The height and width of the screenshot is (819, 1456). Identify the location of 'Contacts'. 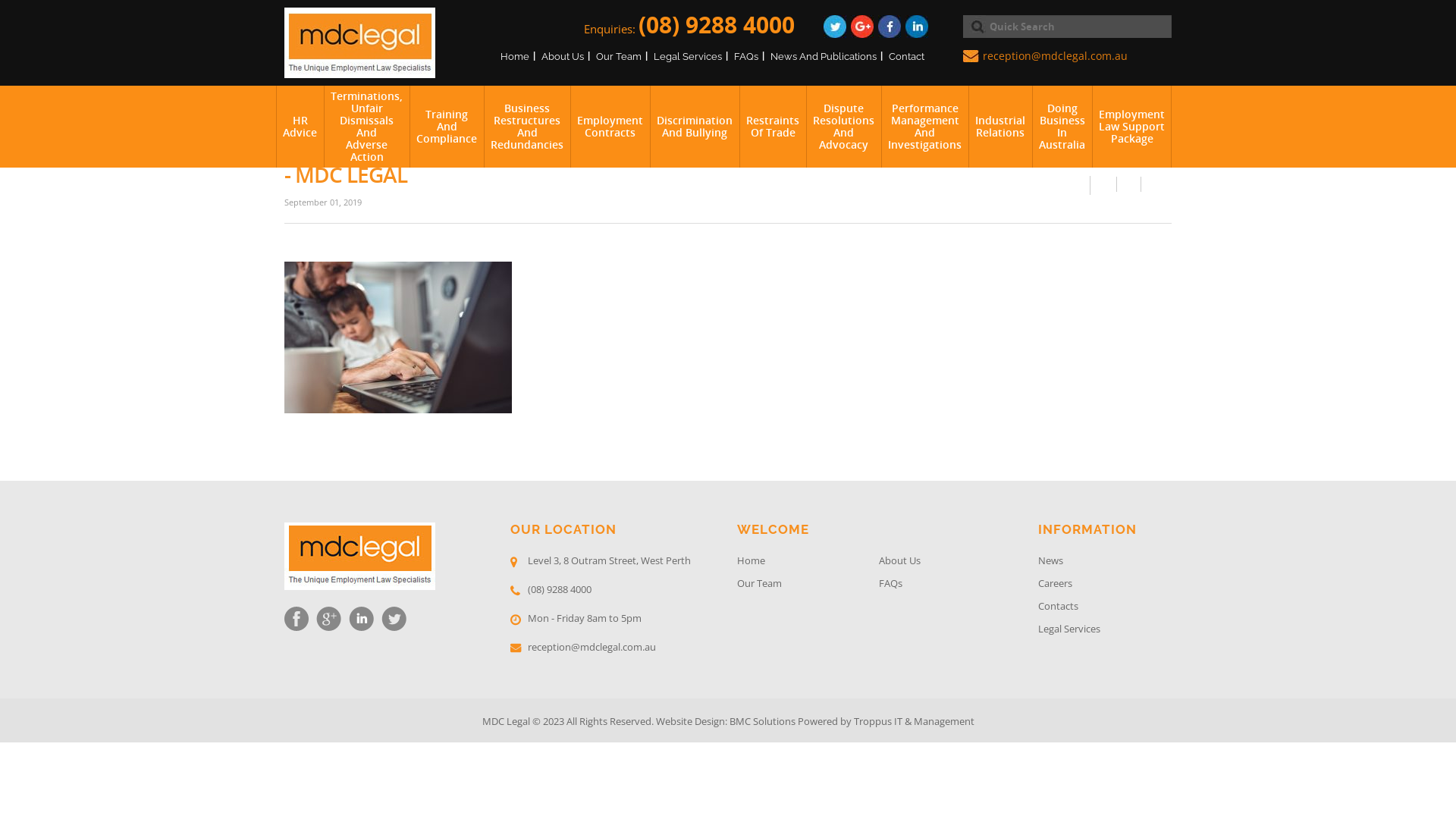
(1105, 607).